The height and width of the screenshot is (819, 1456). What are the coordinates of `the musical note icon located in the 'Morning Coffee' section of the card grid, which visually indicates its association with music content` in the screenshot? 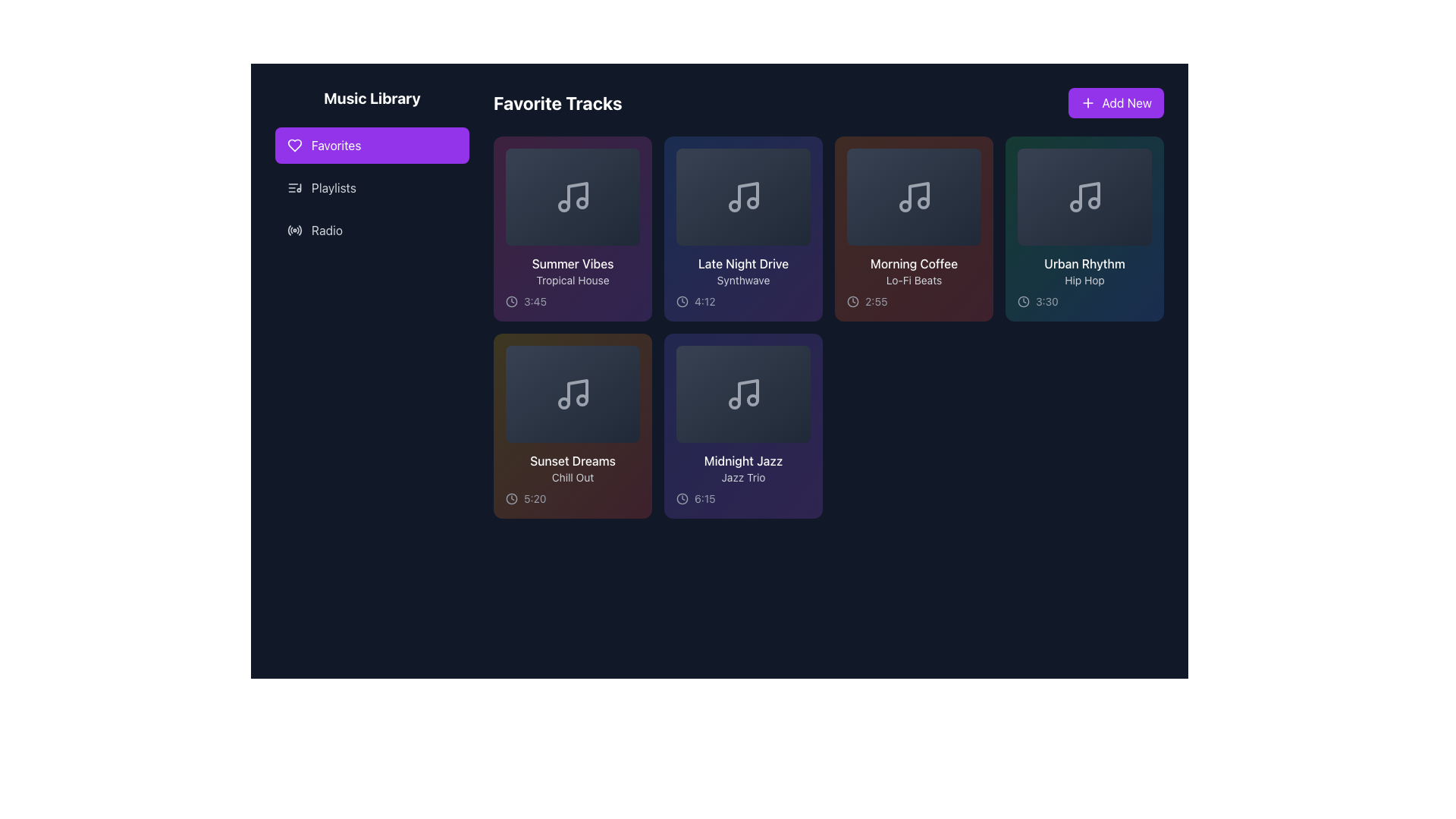 It's located at (913, 196).